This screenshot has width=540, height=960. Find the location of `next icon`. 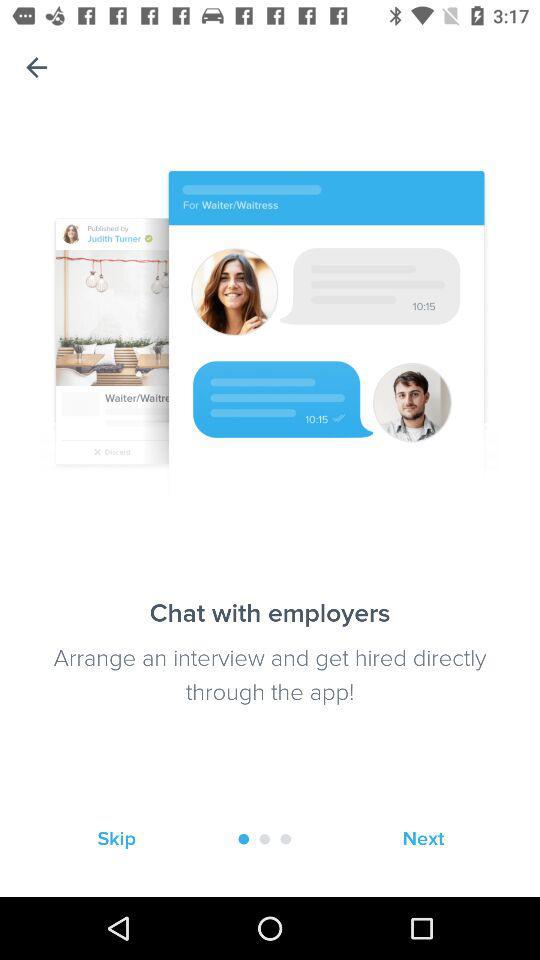

next icon is located at coordinates (422, 839).